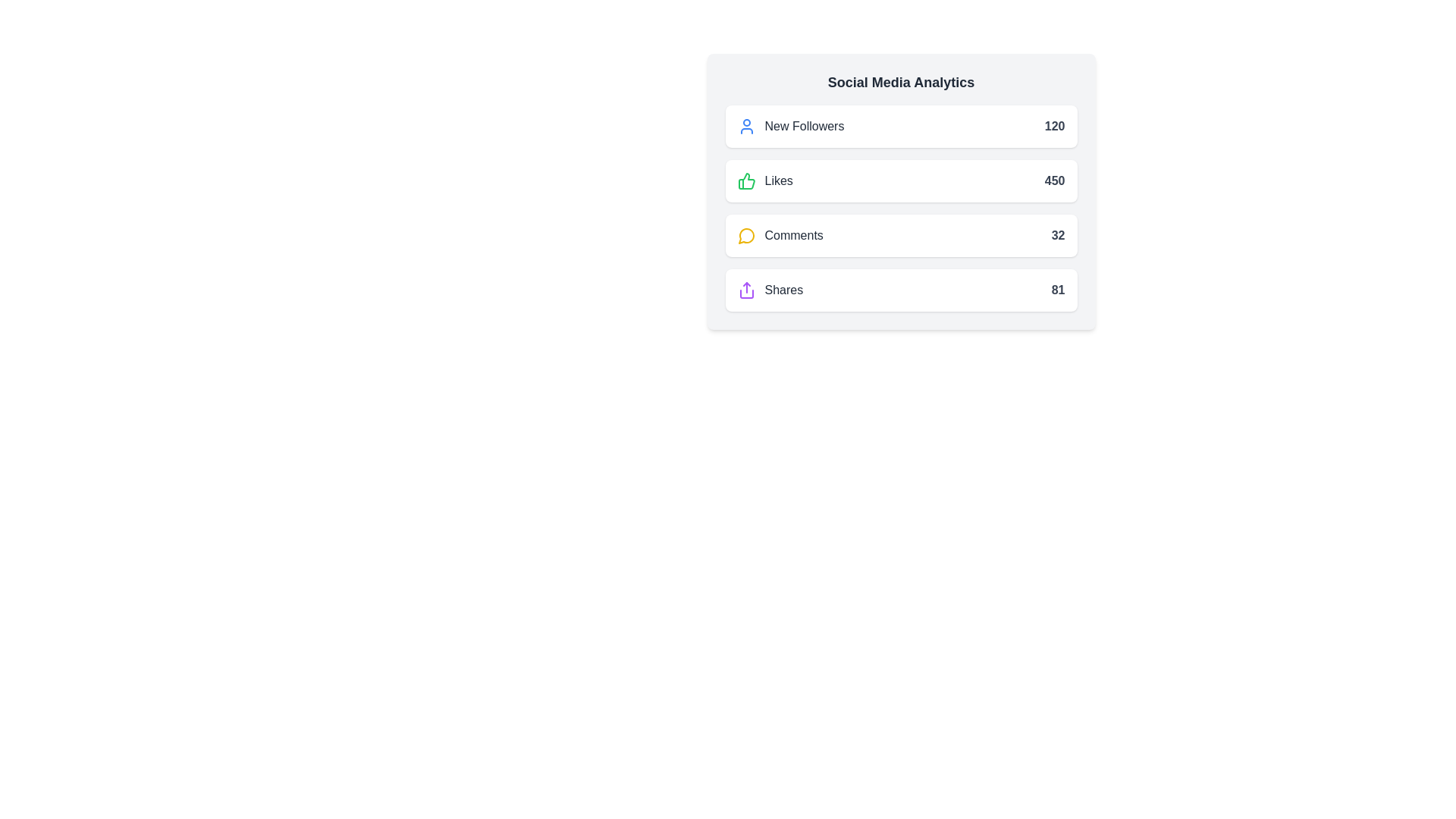 The height and width of the screenshot is (819, 1456). I want to click on the share icon located in the fourth row of the 'Social Media Analytics' section, next to the label 'Shares', so click(746, 290).